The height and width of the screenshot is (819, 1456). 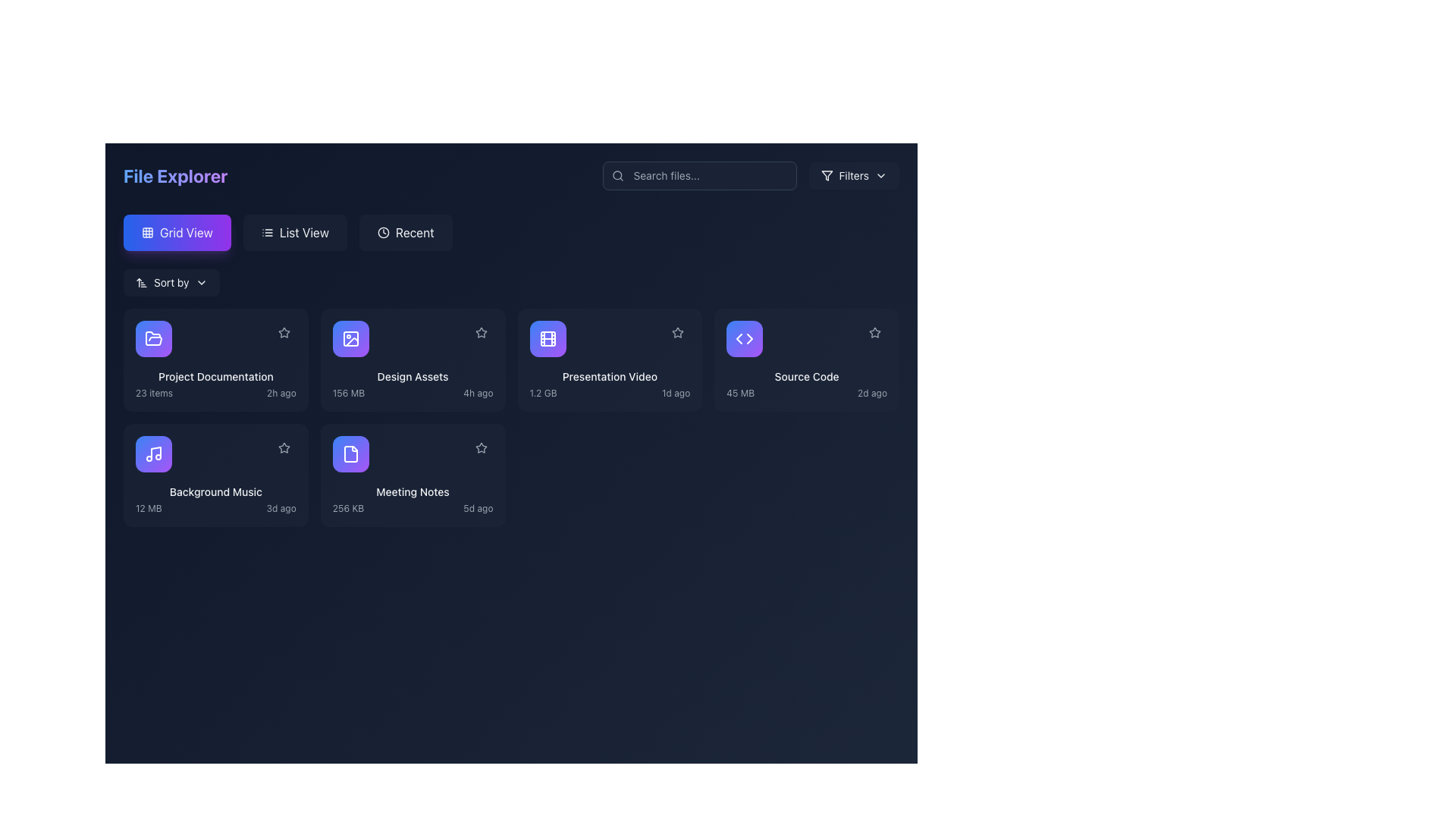 What do you see at coordinates (350, 338) in the screenshot?
I see `the icon representing 'Design Assets' in the file explorer` at bounding box center [350, 338].